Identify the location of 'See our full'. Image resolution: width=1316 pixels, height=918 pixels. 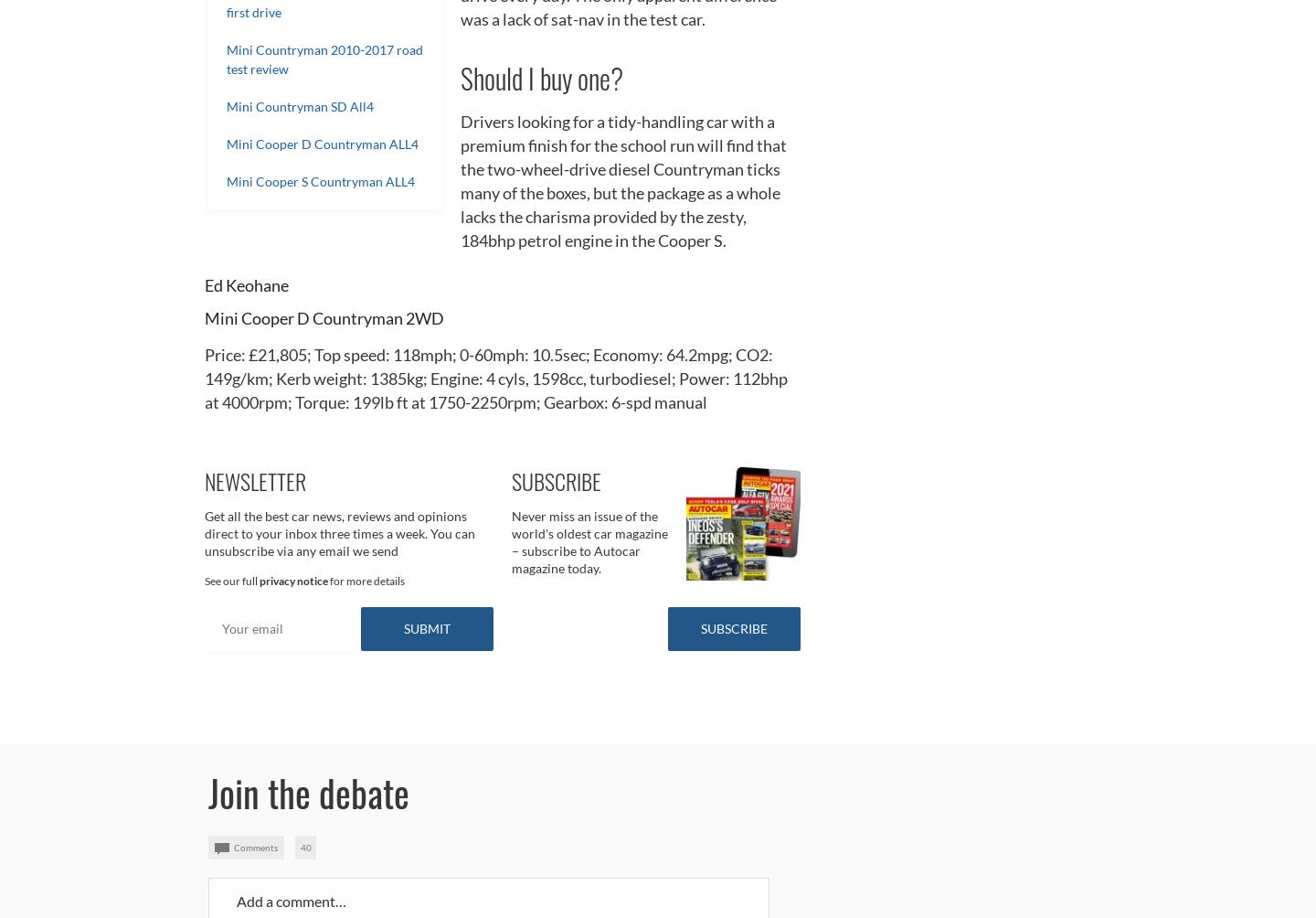
(231, 579).